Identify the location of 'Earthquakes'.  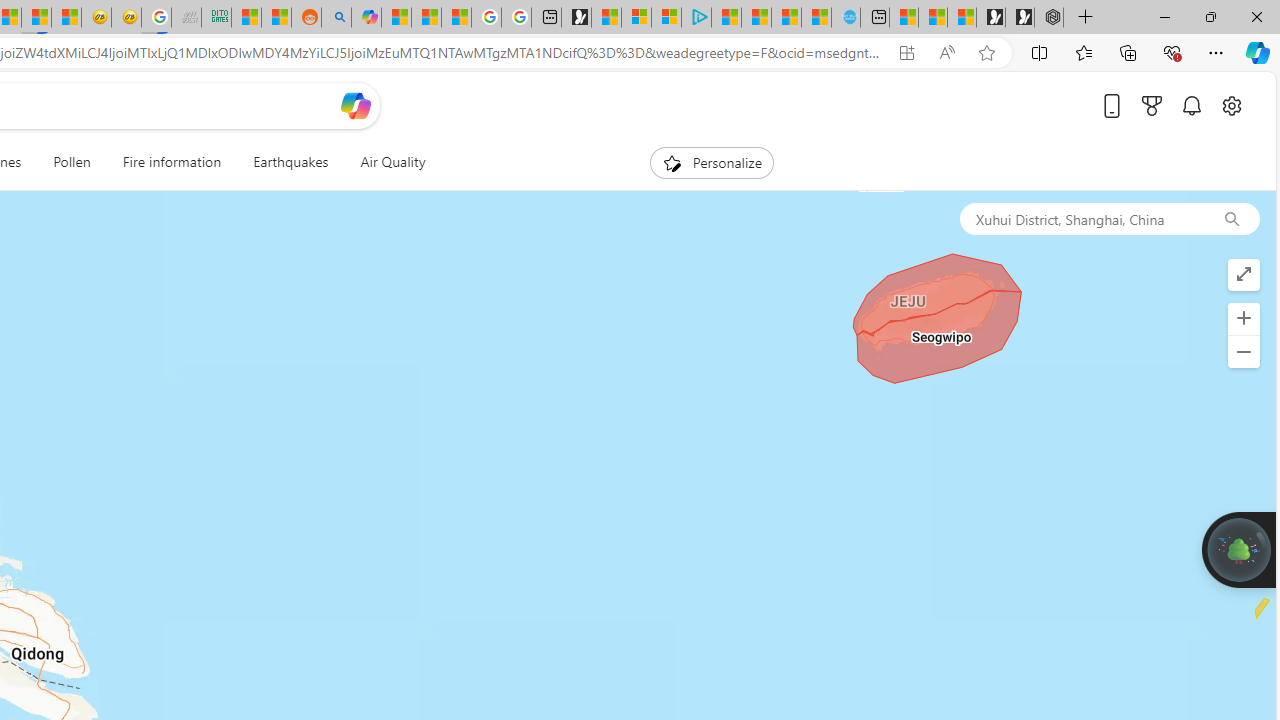
(290, 162).